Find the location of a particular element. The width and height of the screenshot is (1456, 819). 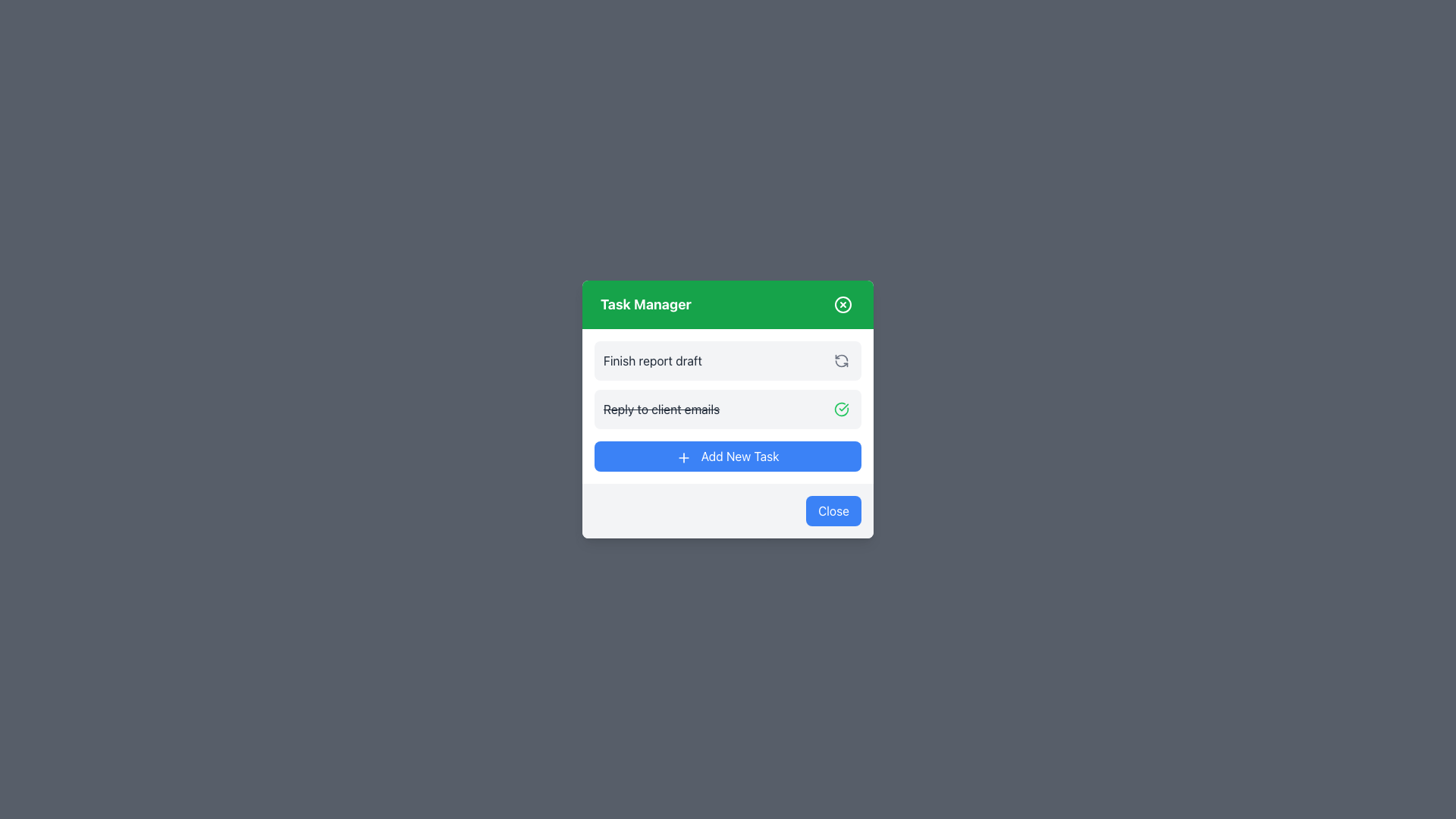

the 'close' icon located in the top-right corner of the green header section of the Task Manager popup to observe the hover effect is located at coordinates (843, 304).